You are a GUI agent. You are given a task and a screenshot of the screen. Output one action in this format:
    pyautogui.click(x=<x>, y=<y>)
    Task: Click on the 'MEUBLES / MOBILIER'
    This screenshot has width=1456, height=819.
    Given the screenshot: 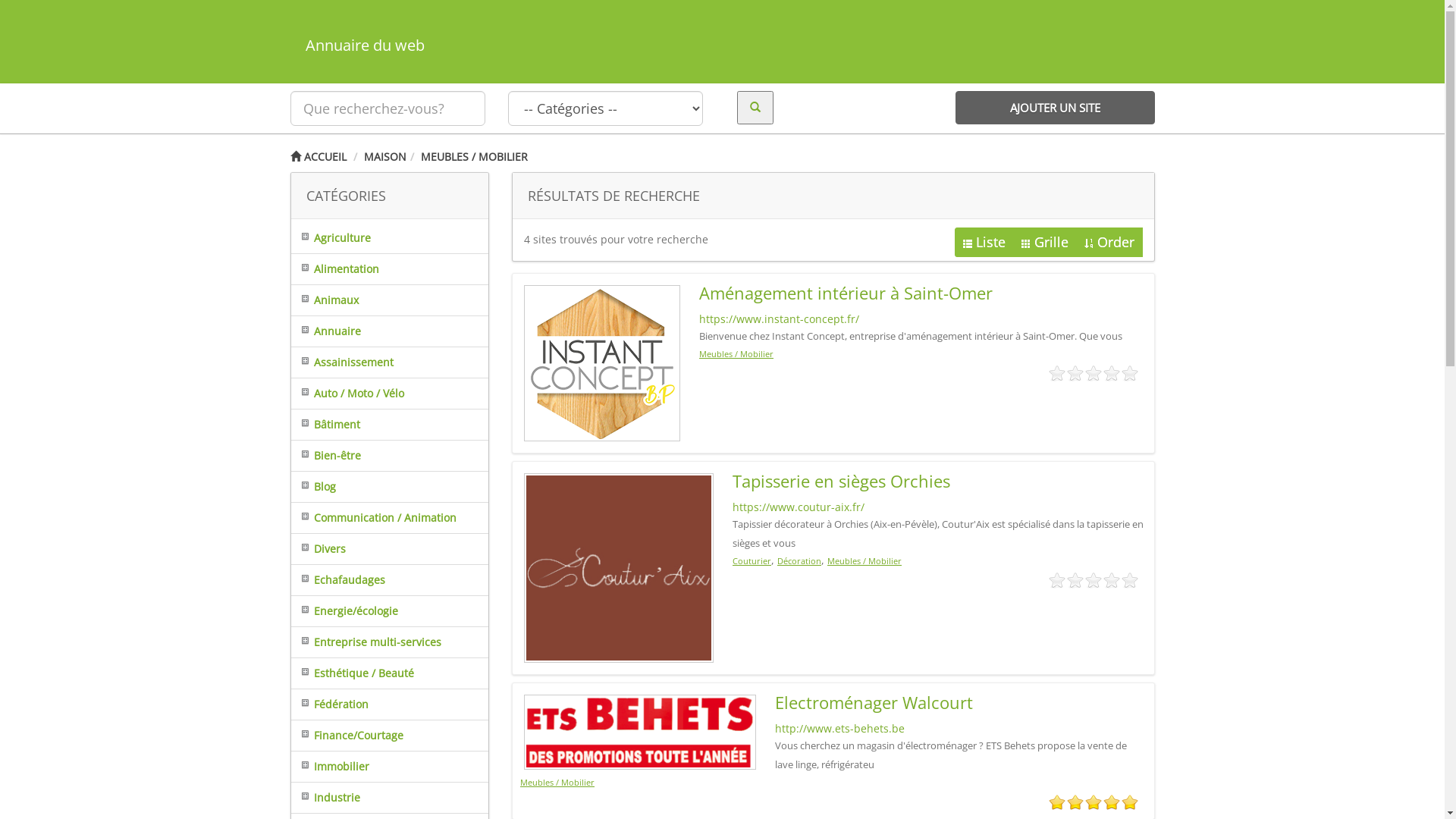 What is the action you would take?
    pyautogui.click(x=472, y=156)
    